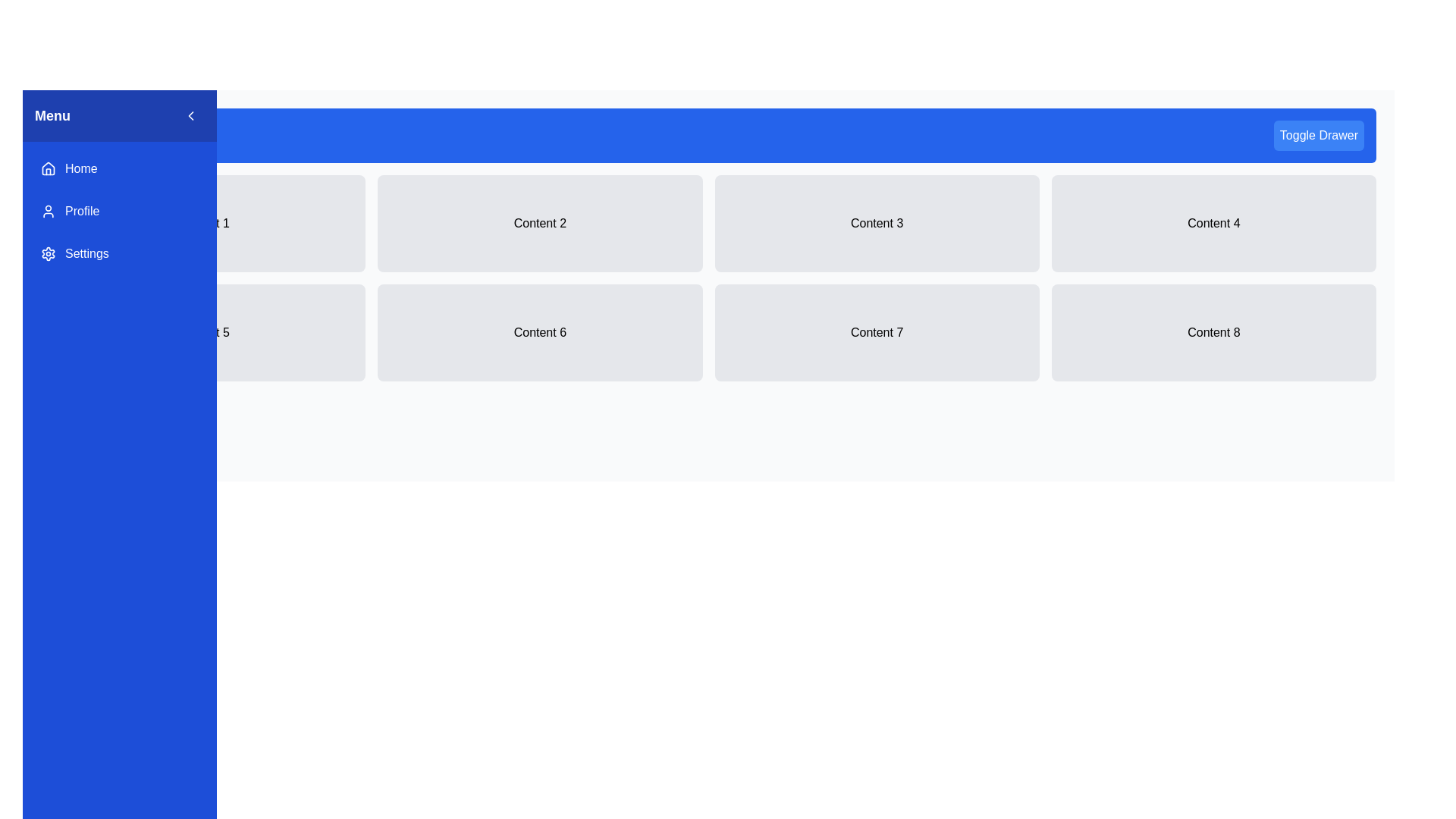 Image resolution: width=1456 pixels, height=819 pixels. I want to click on the 'Toggle Drawer' button, which is a blue rectangular button with rounded edges, located at the far-right end of the dashboard section, so click(1318, 134).